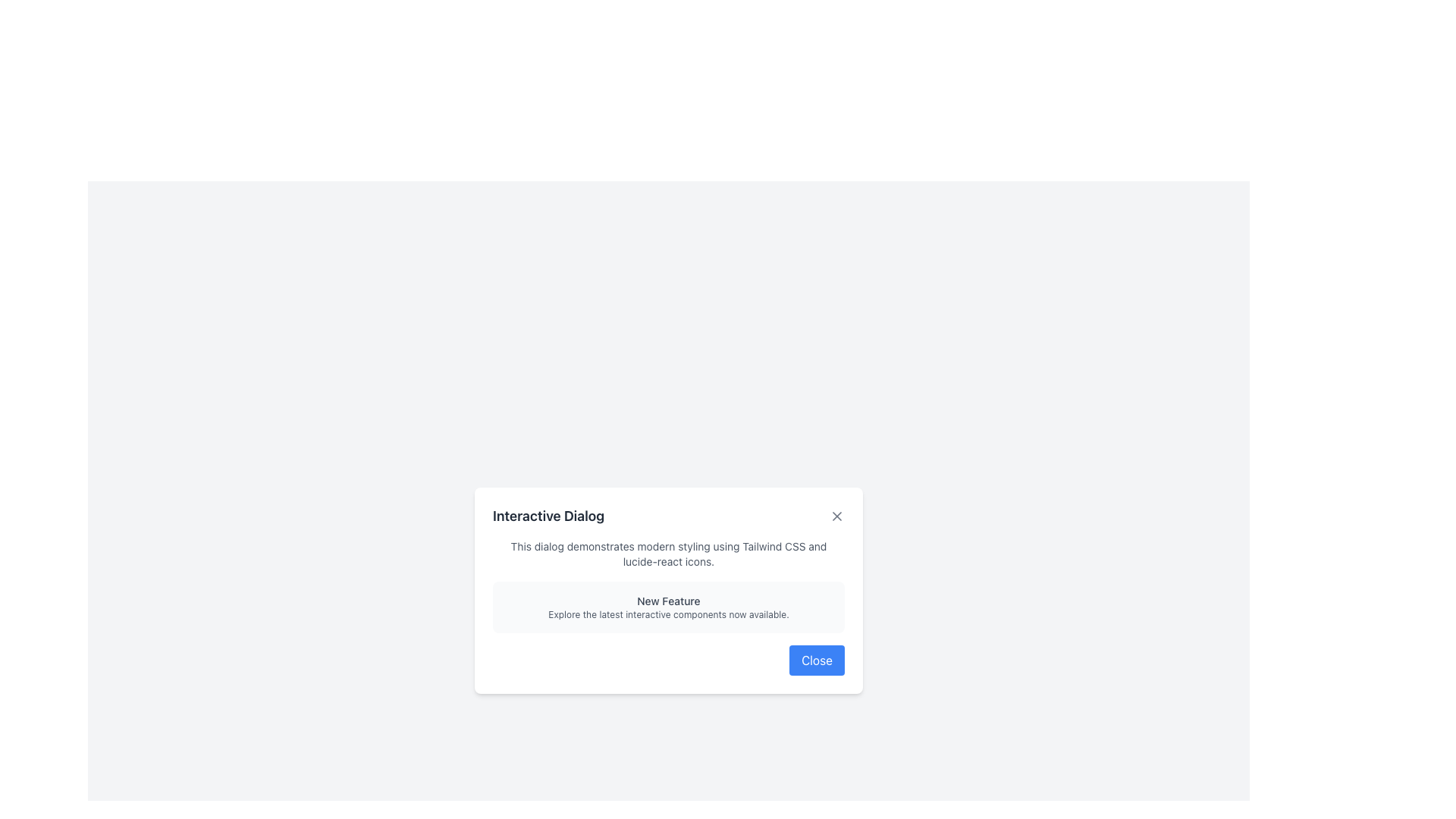 Image resolution: width=1456 pixels, height=819 pixels. What do you see at coordinates (668, 554) in the screenshot?
I see `the Text Label located beneath the heading 'Interactive Dialog' in the upper part of the dialog box` at bounding box center [668, 554].